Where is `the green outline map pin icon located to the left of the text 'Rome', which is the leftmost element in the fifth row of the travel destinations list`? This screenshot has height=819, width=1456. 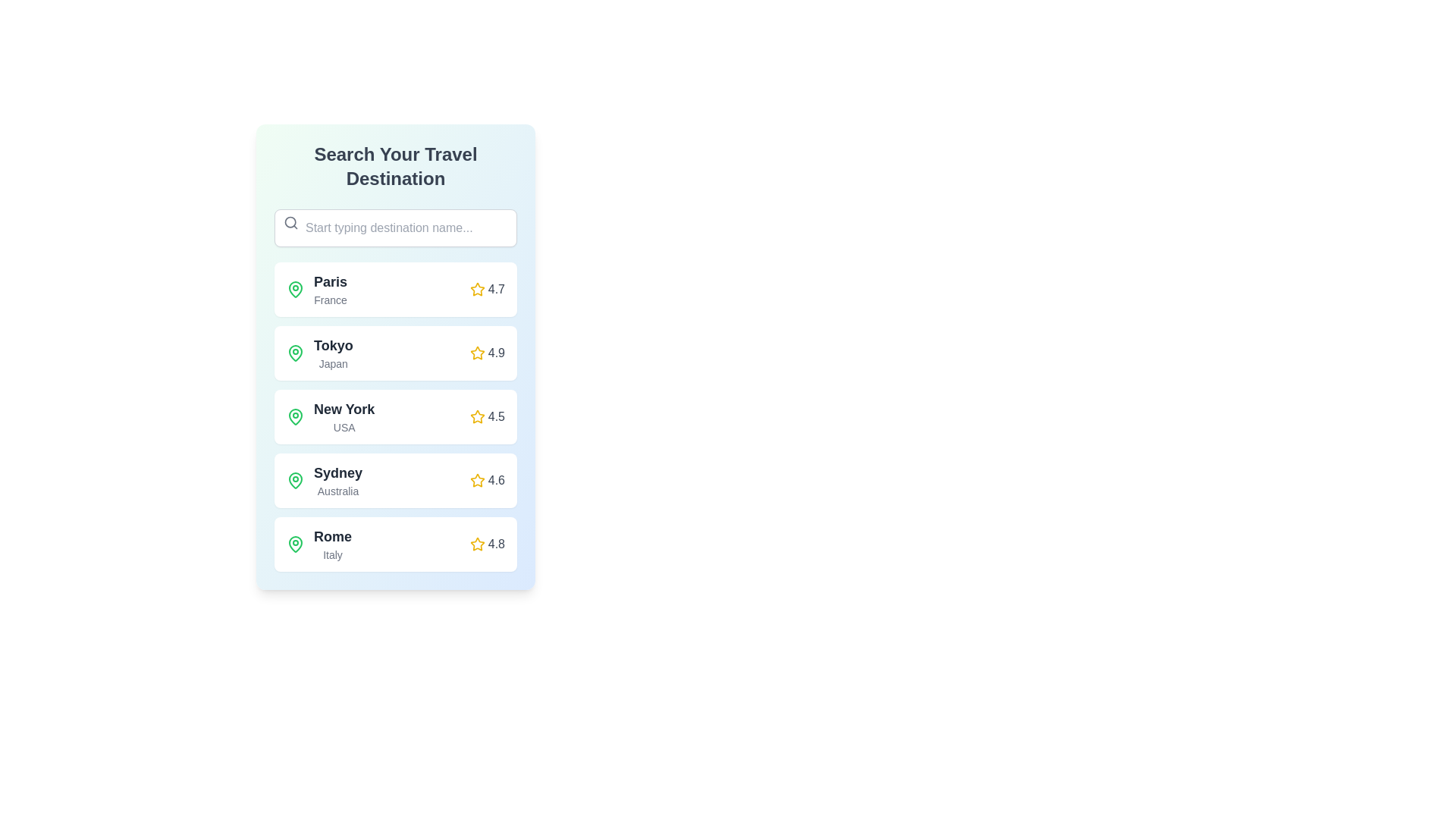 the green outline map pin icon located to the left of the text 'Rome', which is the leftmost element in the fifth row of the travel destinations list is located at coordinates (295, 543).